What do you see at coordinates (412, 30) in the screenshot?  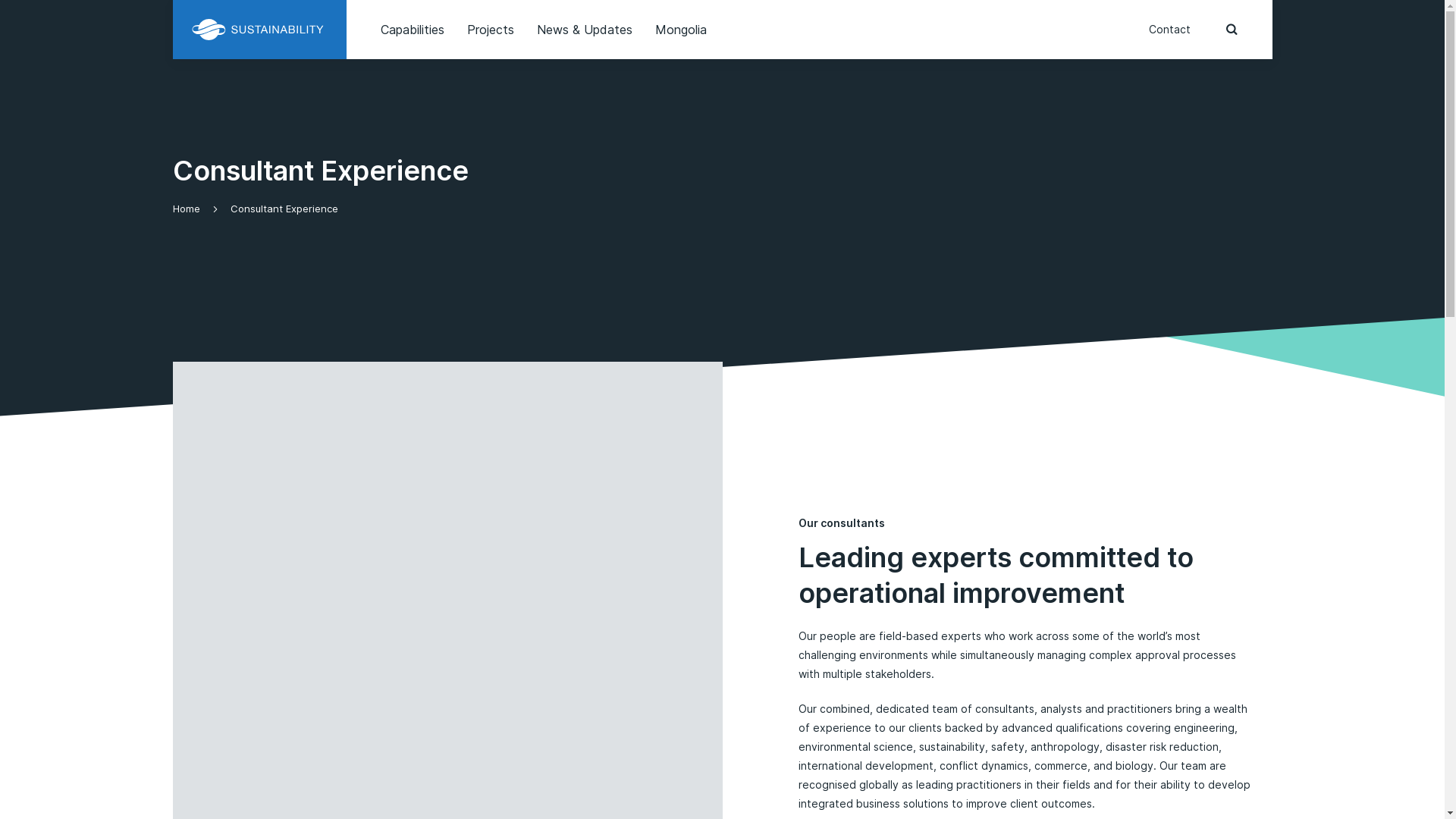 I see `'Capabilities'` at bounding box center [412, 30].